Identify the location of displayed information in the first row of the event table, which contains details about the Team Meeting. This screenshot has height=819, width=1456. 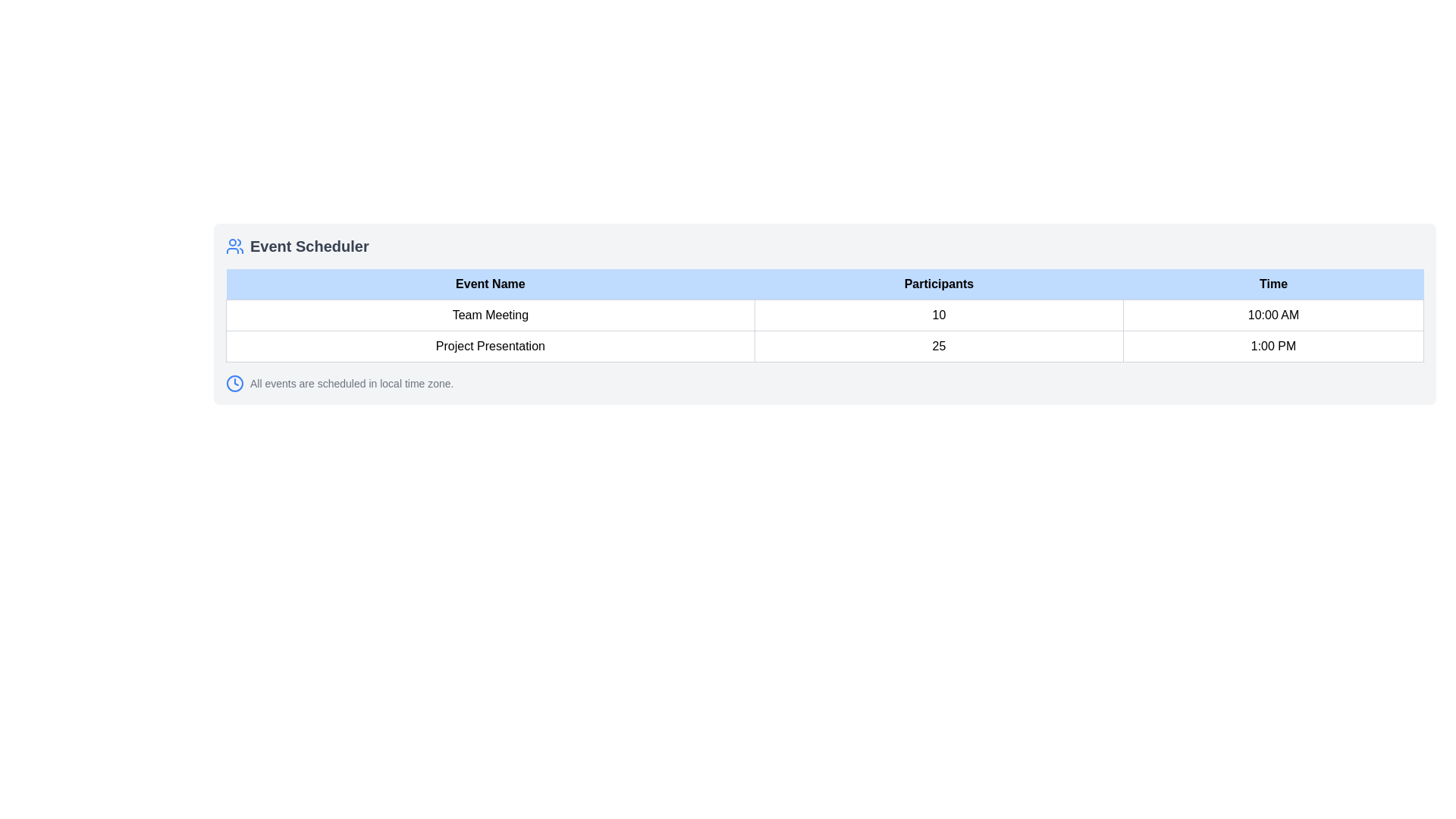
(824, 315).